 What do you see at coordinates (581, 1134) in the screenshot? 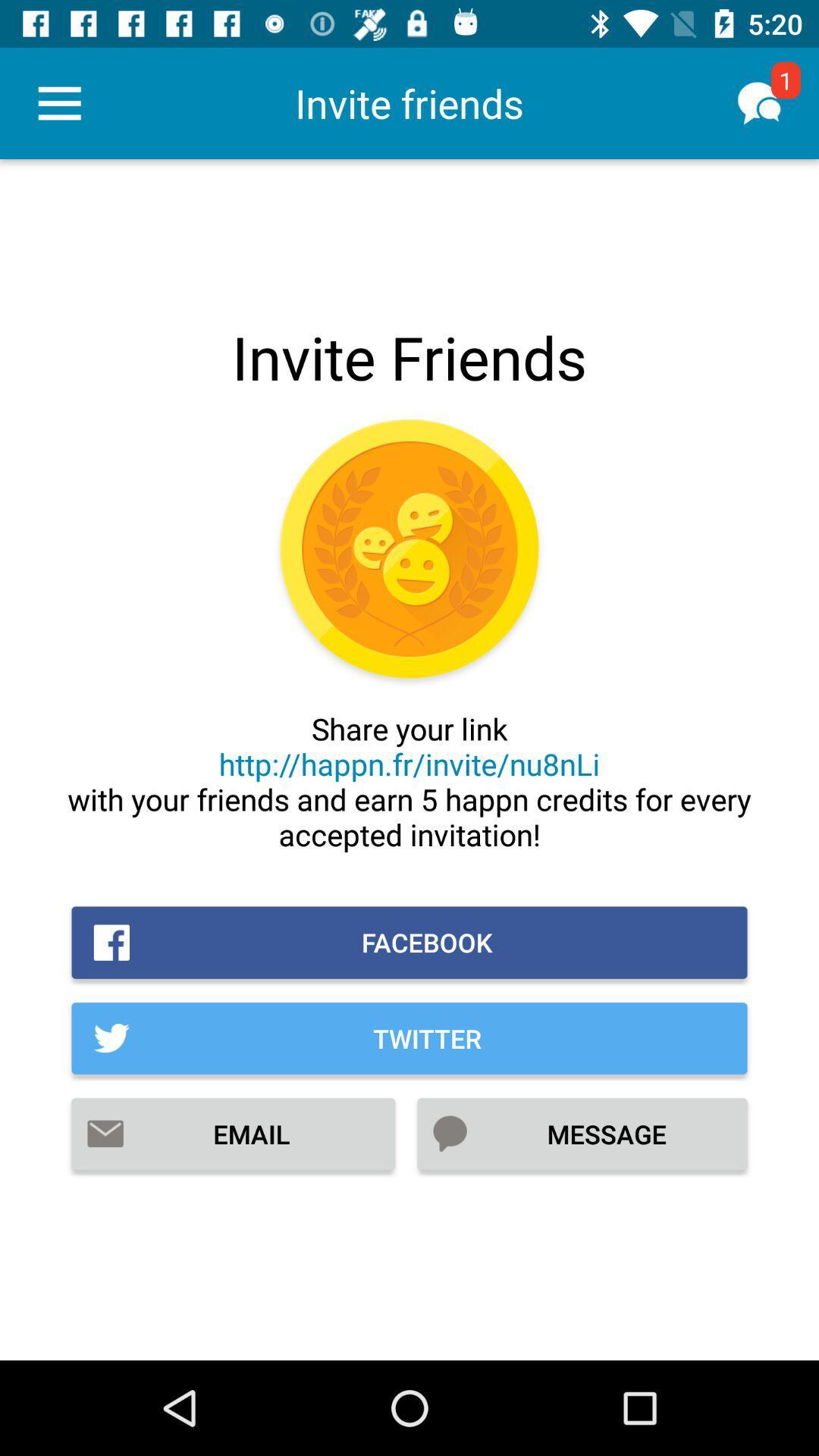
I see `message` at bounding box center [581, 1134].